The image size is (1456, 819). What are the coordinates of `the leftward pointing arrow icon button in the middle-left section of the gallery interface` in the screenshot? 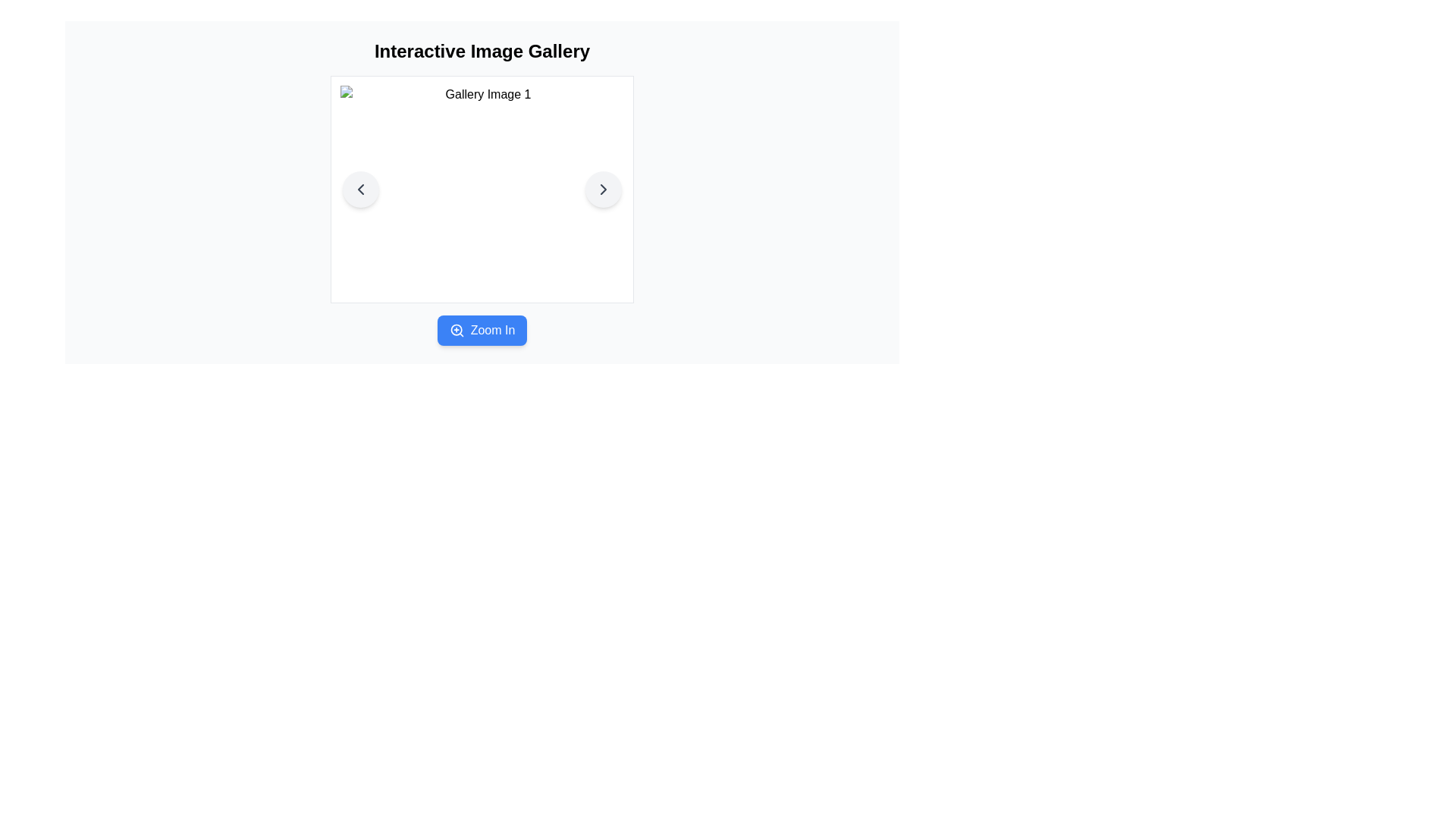 It's located at (359, 189).